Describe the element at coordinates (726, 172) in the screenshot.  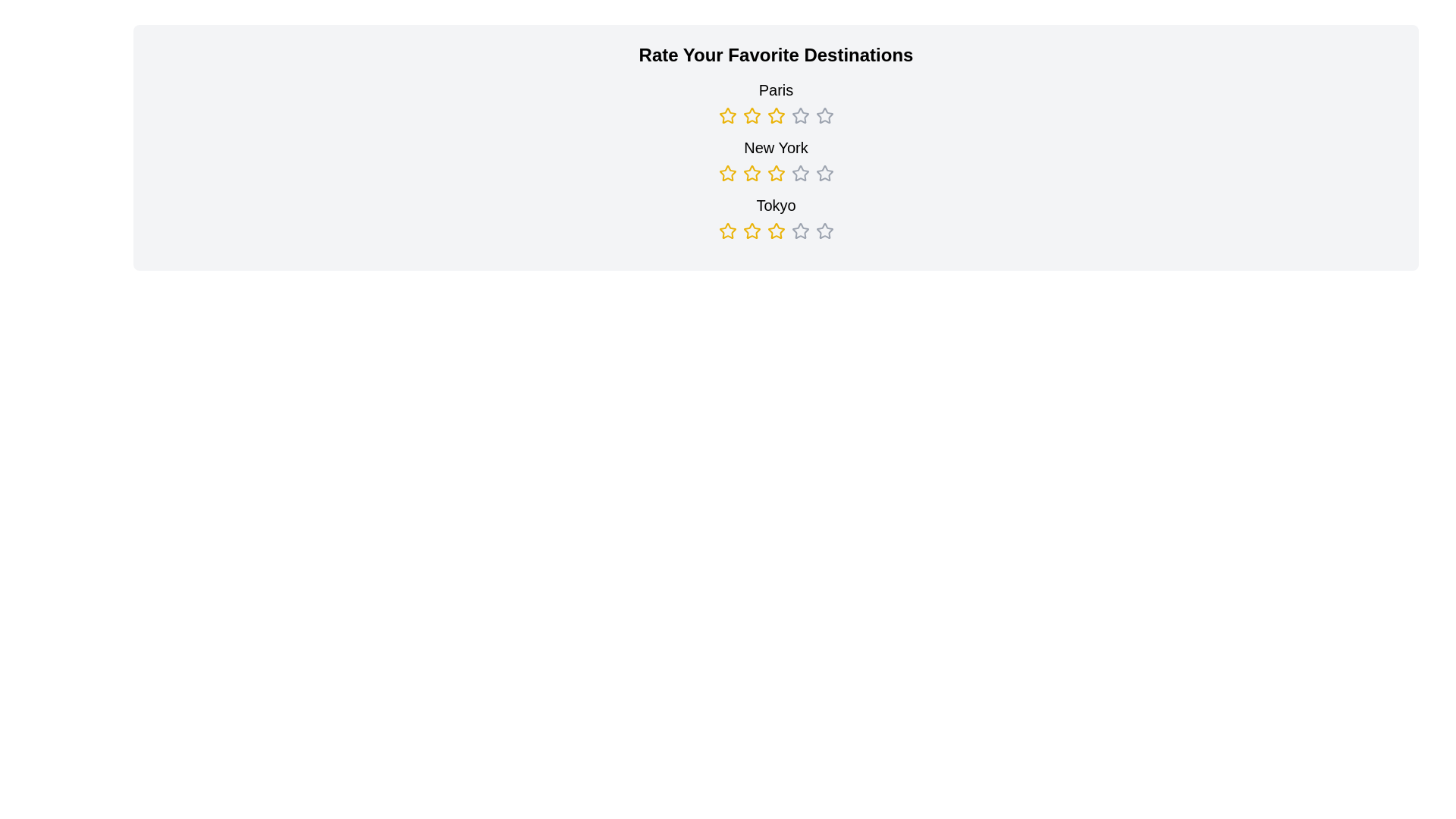
I see `the second yellow star icon in the rating system under the 'New York' section` at that location.